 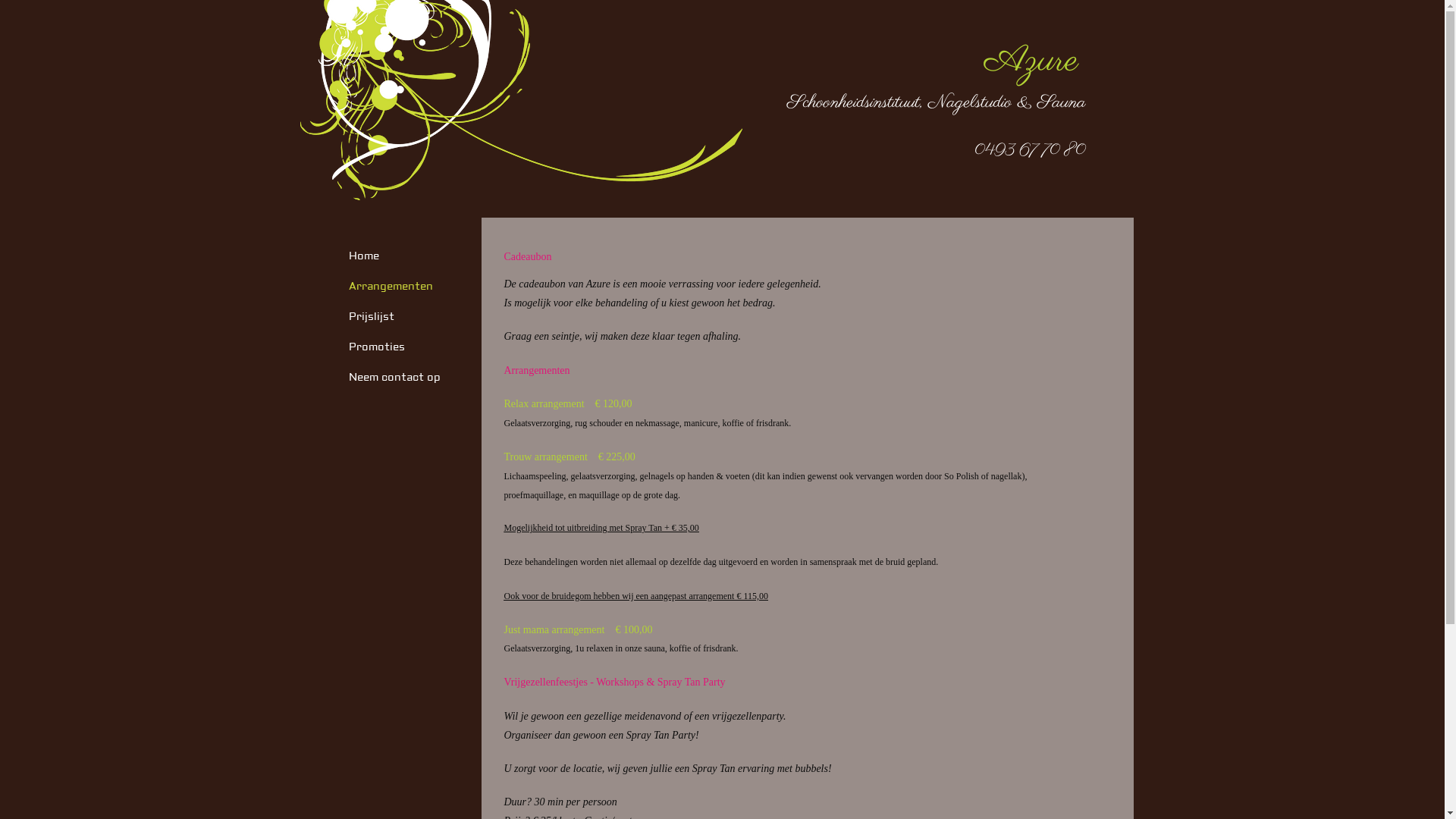 What do you see at coordinates (394, 377) in the screenshot?
I see `'Neem contact op'` at bounding box center [394, 377].